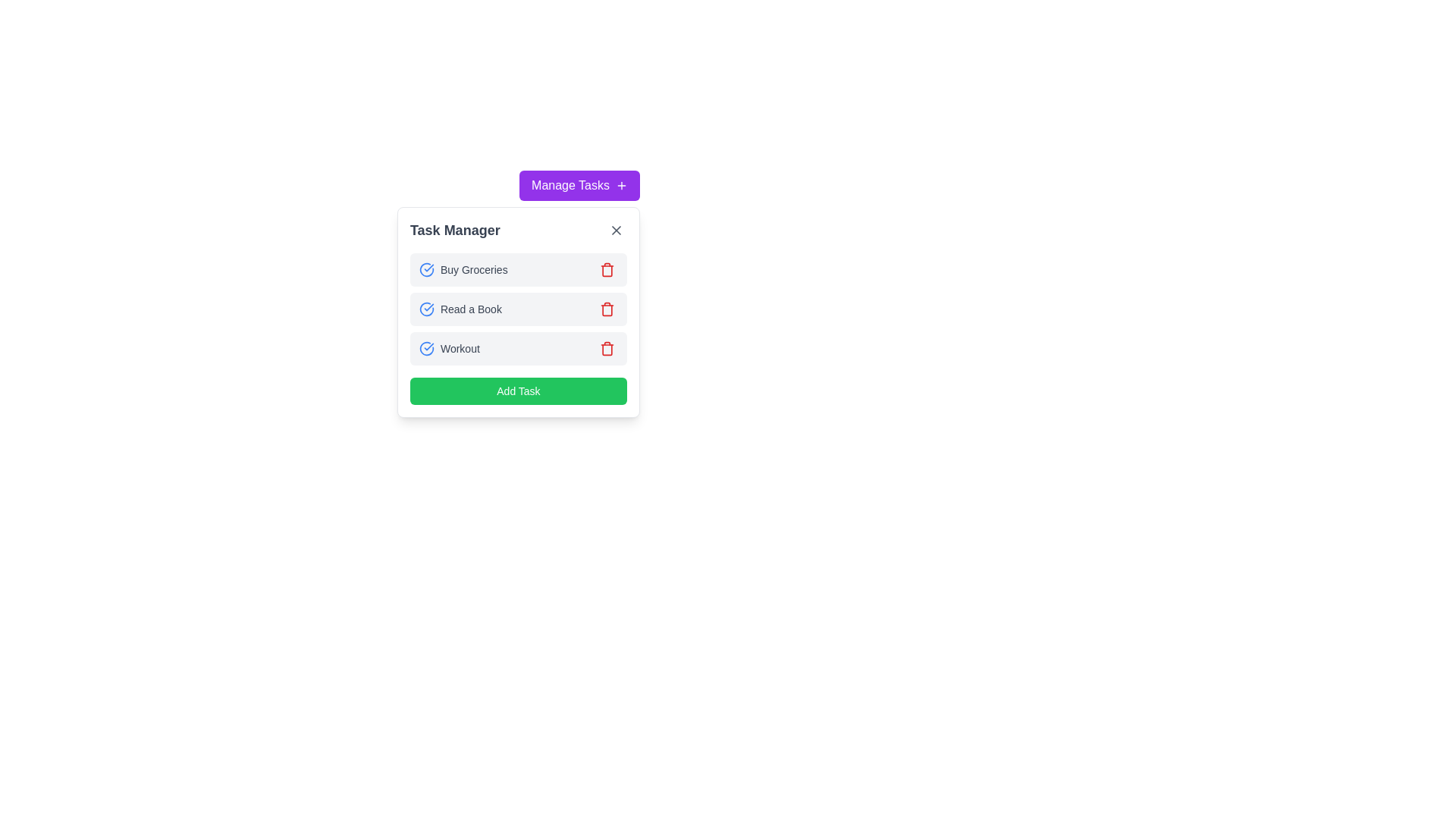 Image resolution: width=1456 pixels, height=819 pixels. What do you see at coordinates (518, 348) in the screenshot?
I see `the 'Workout' task entry in the Task Manager to interact with its details` at bounding box center [518, 348].